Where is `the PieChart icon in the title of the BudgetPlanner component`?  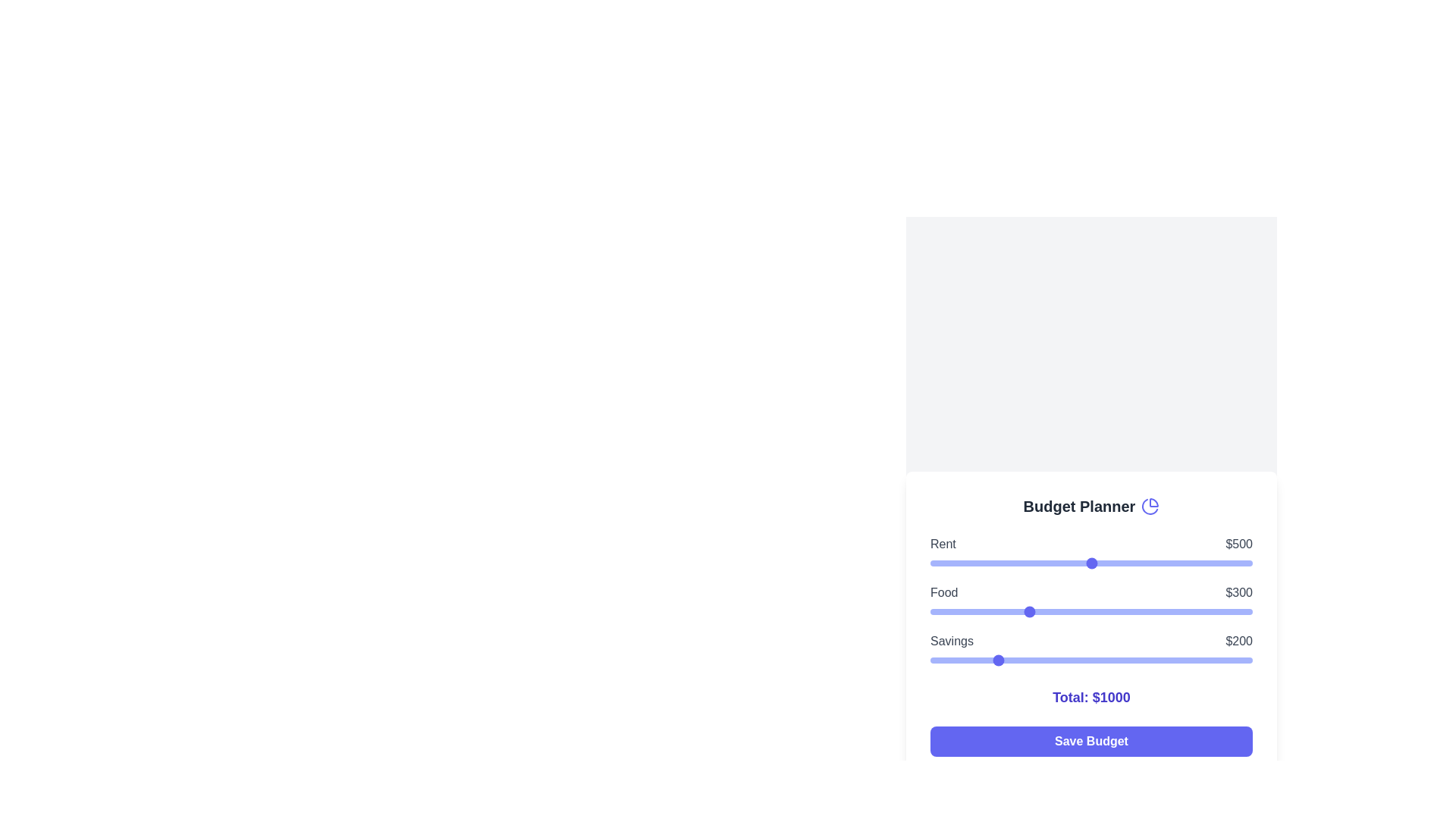 the PieChart icon in the title of the BudgetPlanner component is located at coordinates (1150, 506).